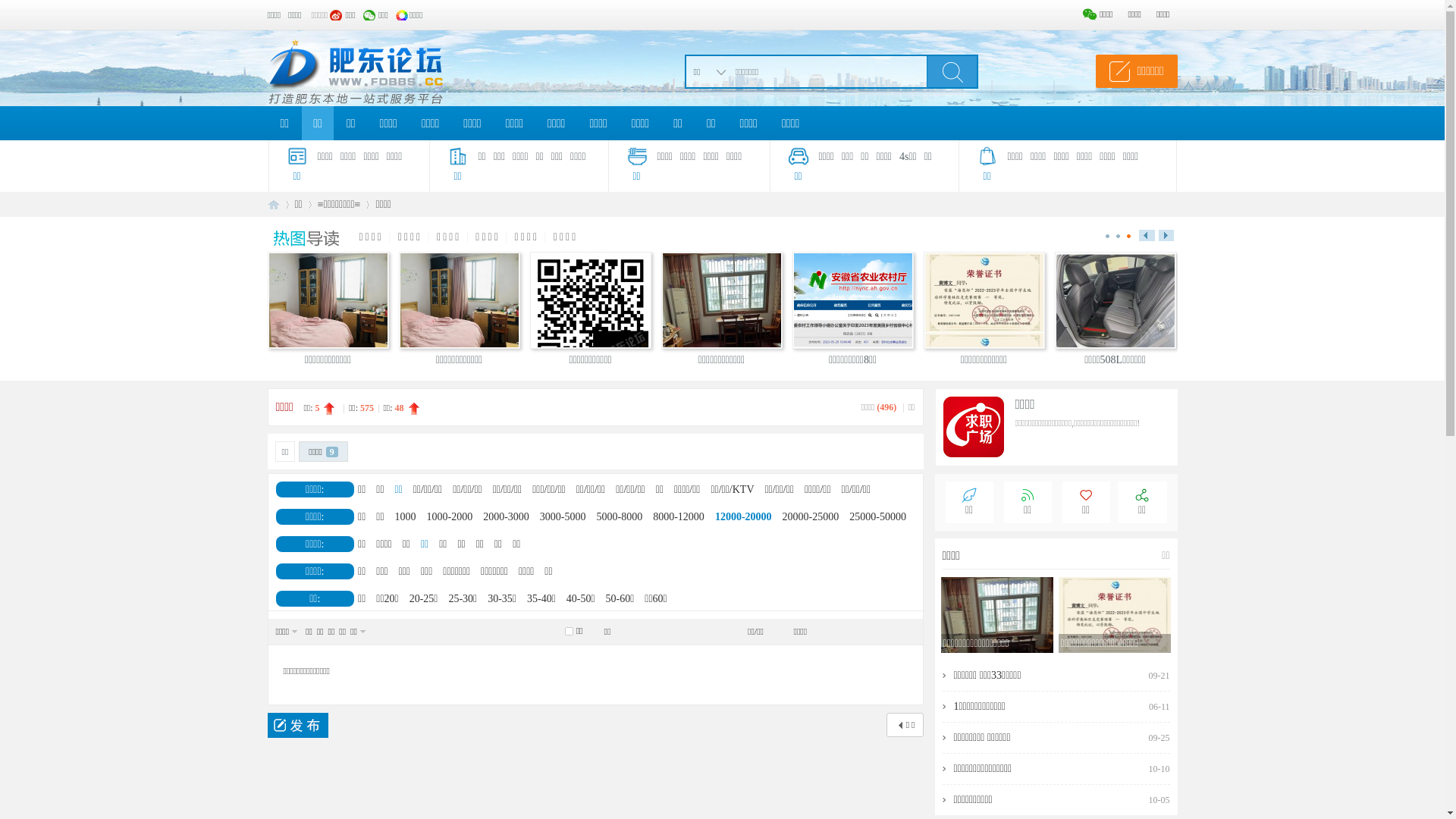 The width and height of the screenshot is (1456, 819). Describe the element at coordinates (810, 516) in the screenshot. I see `'20000-25000'` at that location.